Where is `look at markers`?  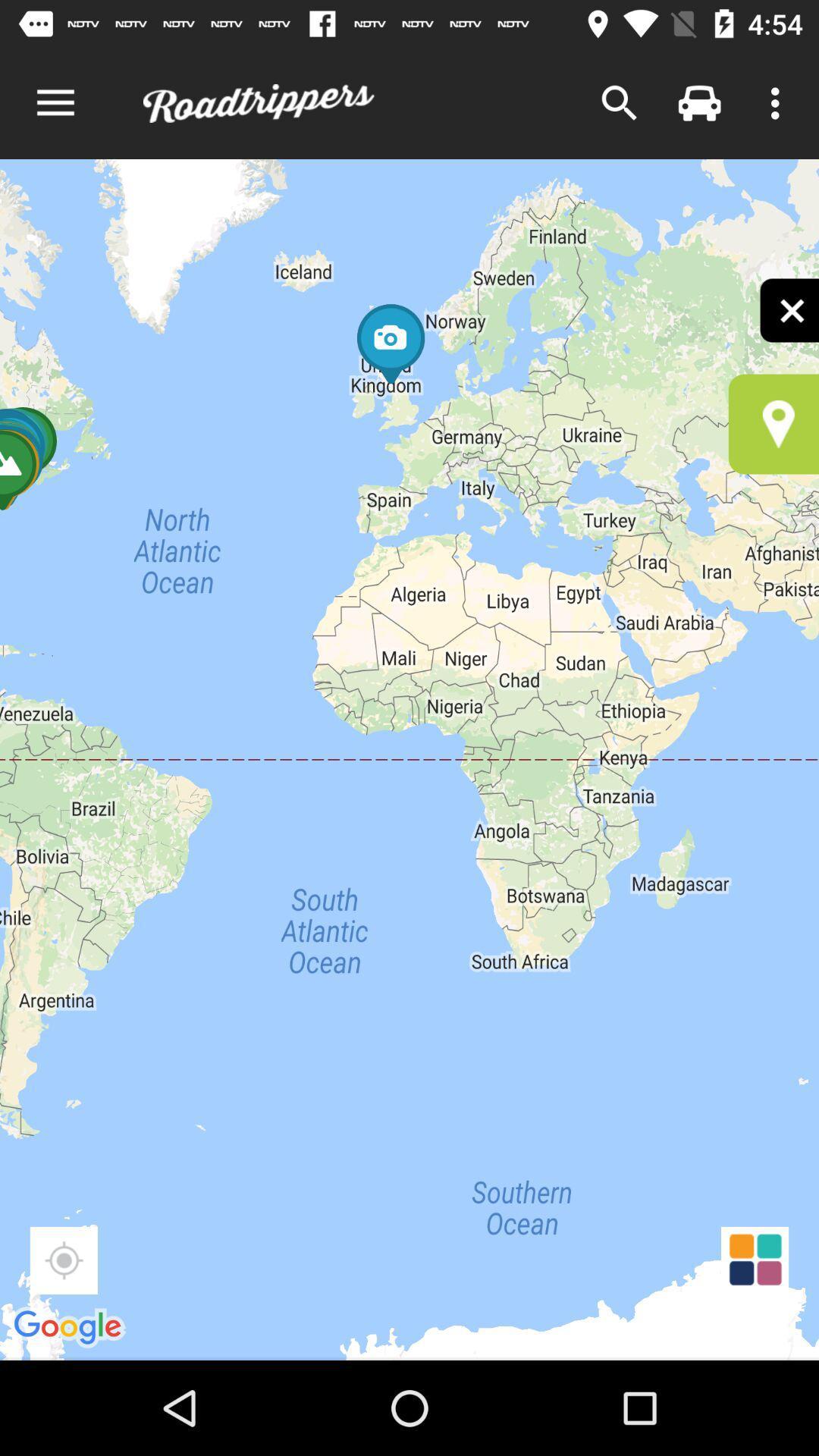
look at markers is located at coordinates (773, 424).